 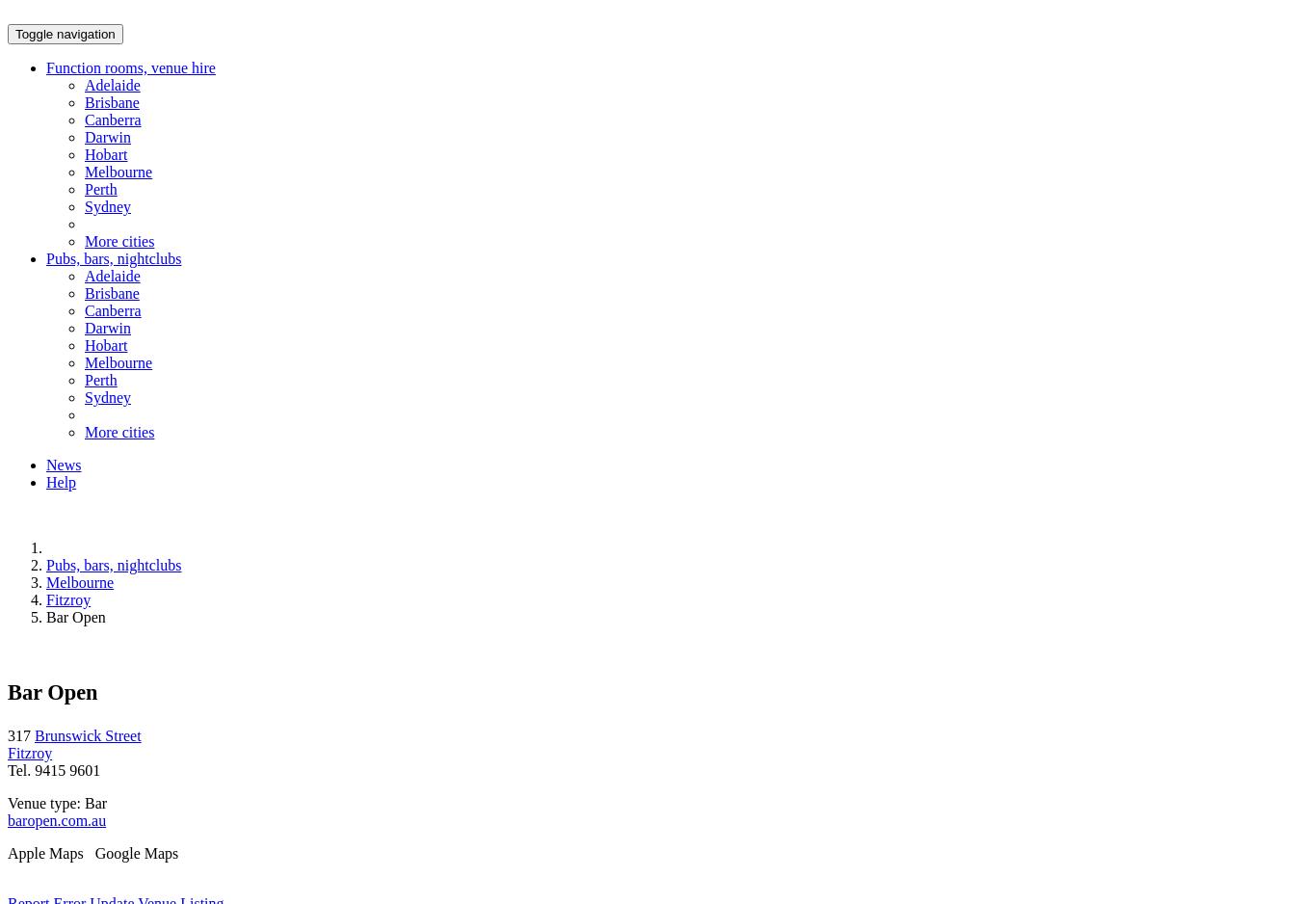 I want to click on 'Google Maps', so click(x=87, y=852).